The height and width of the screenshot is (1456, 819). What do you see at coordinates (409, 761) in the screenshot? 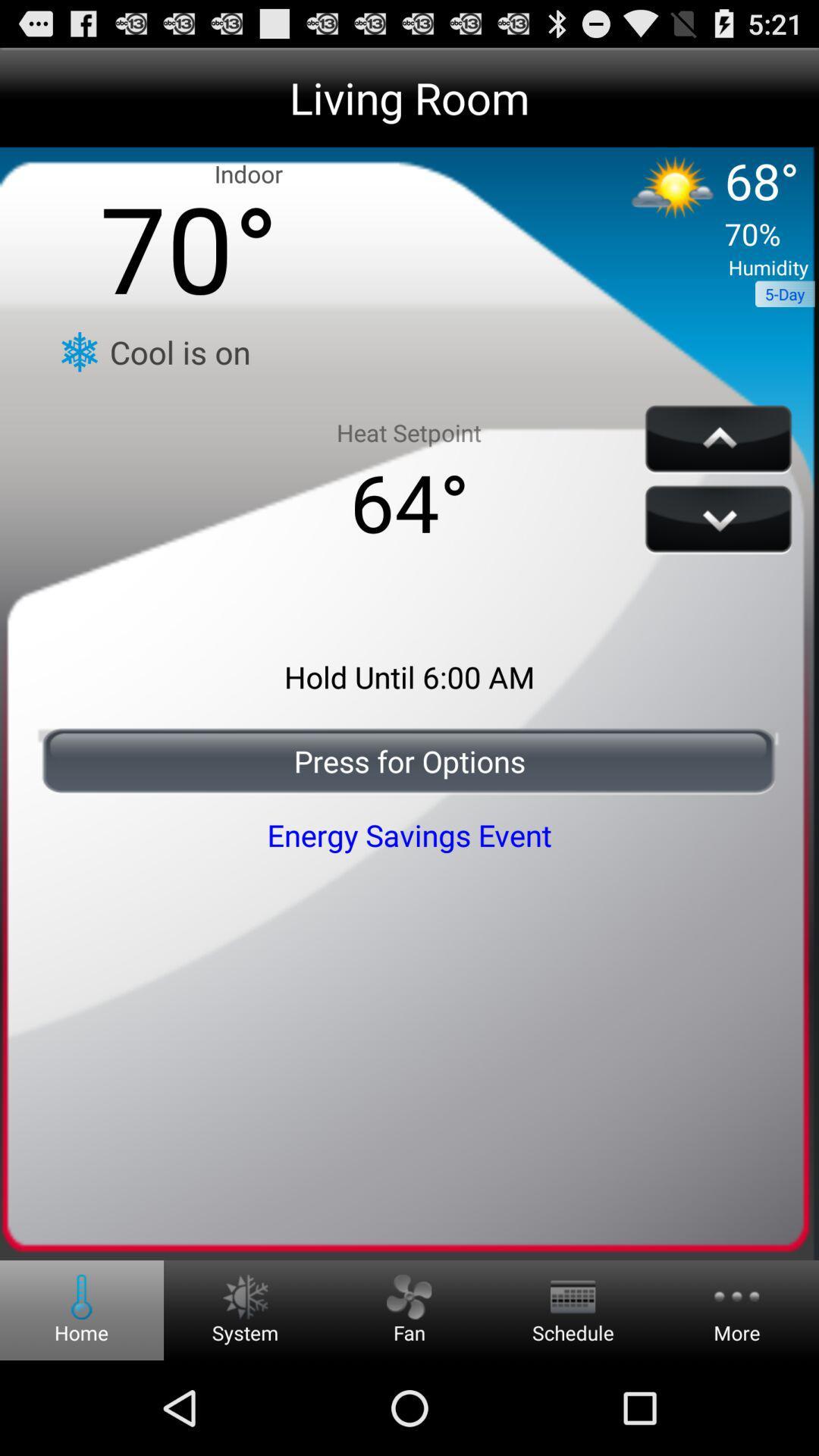
I see `the item below the hold until 6 item` at bounding box center [409, 761].